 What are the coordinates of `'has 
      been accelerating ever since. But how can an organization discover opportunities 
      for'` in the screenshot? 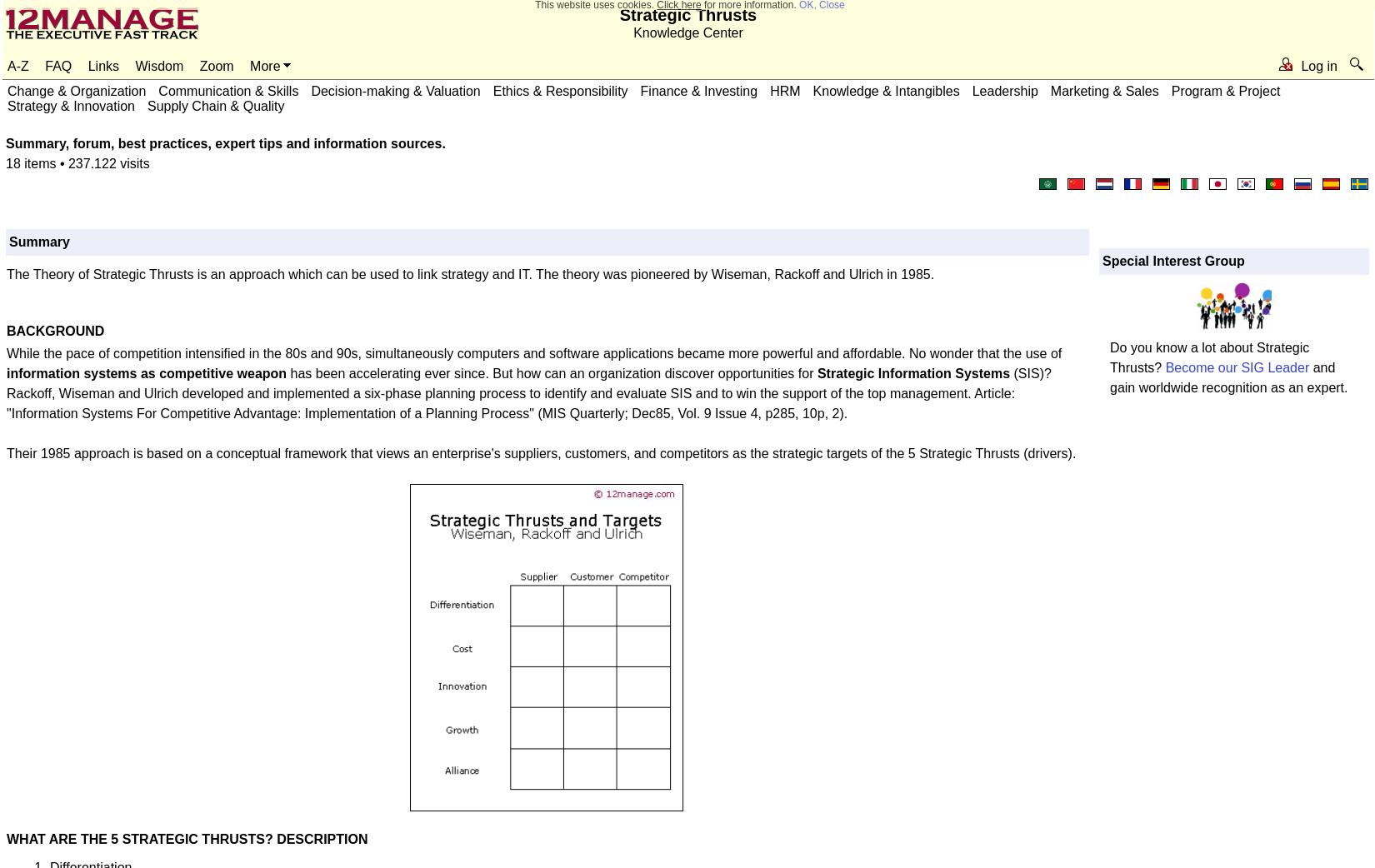 It's located at (550, 373).